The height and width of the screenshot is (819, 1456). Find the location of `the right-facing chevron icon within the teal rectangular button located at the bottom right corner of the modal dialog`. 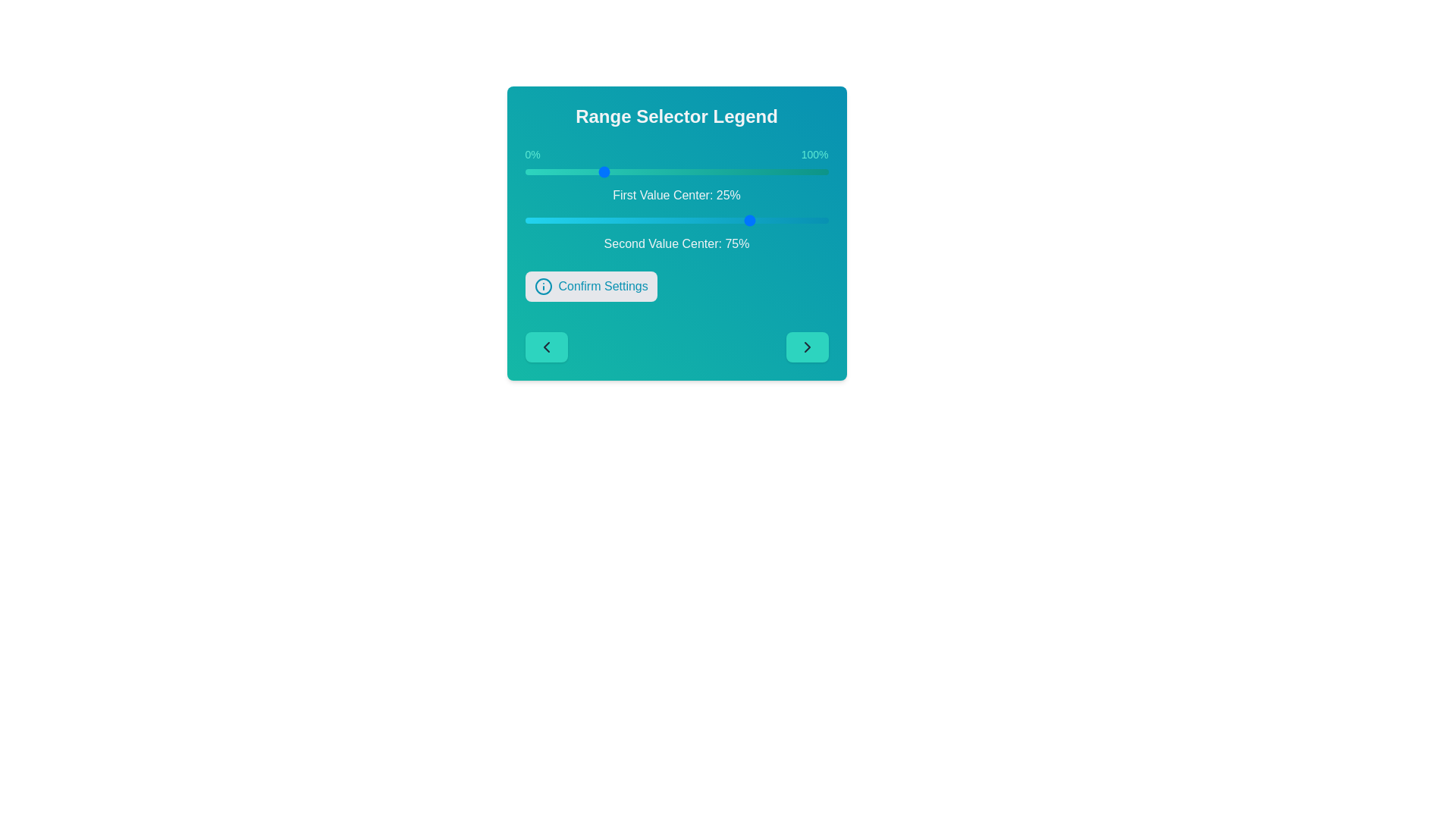

the right-facing chevron icon within the teal rectangular button located at the bottom right corner of the modal dialog is located at coordinates (806, 347).